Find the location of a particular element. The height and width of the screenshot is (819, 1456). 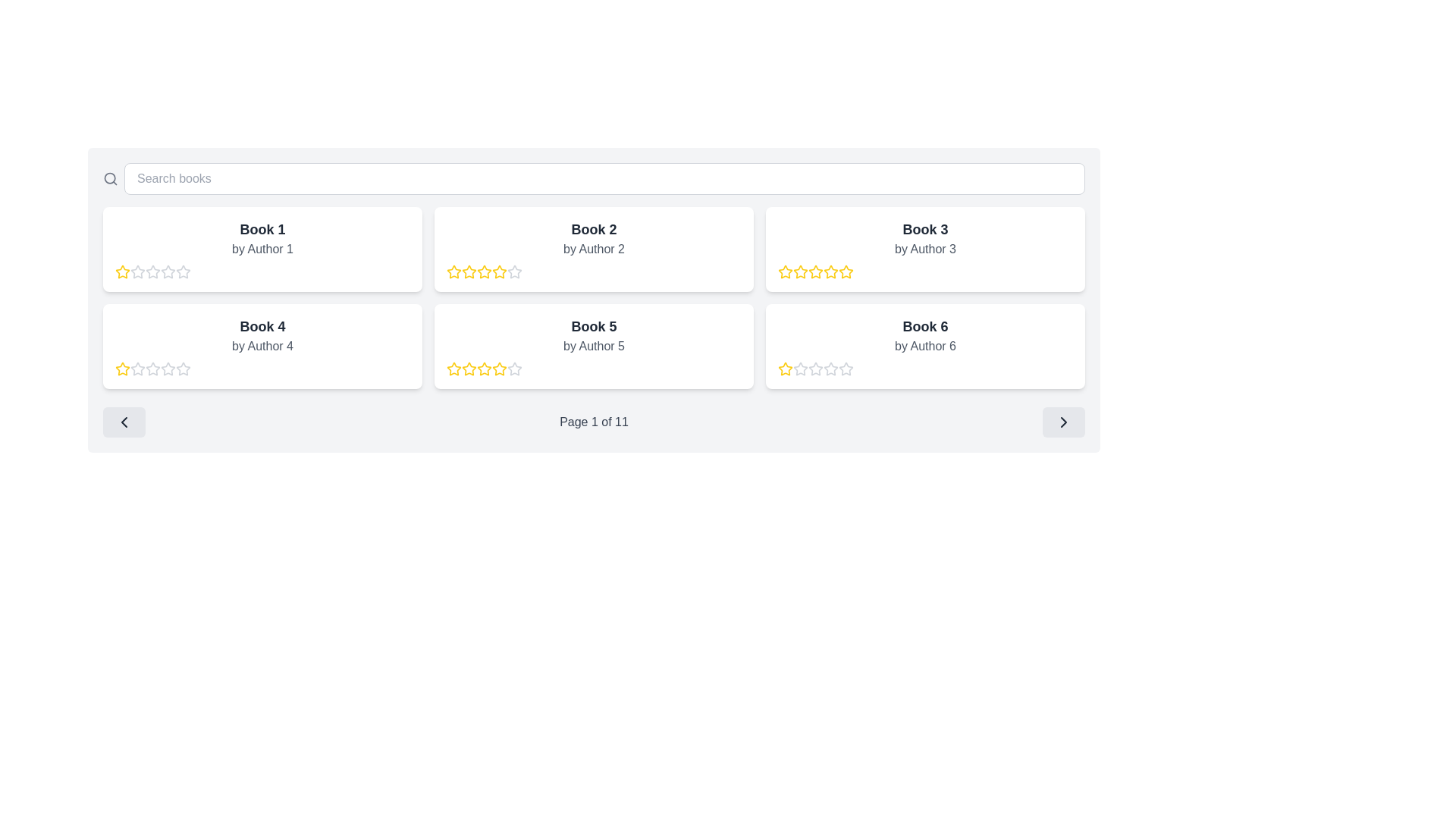

the second rating star icon for 'Book 4' by 'Author 4' is located at coordinates (182, 369).